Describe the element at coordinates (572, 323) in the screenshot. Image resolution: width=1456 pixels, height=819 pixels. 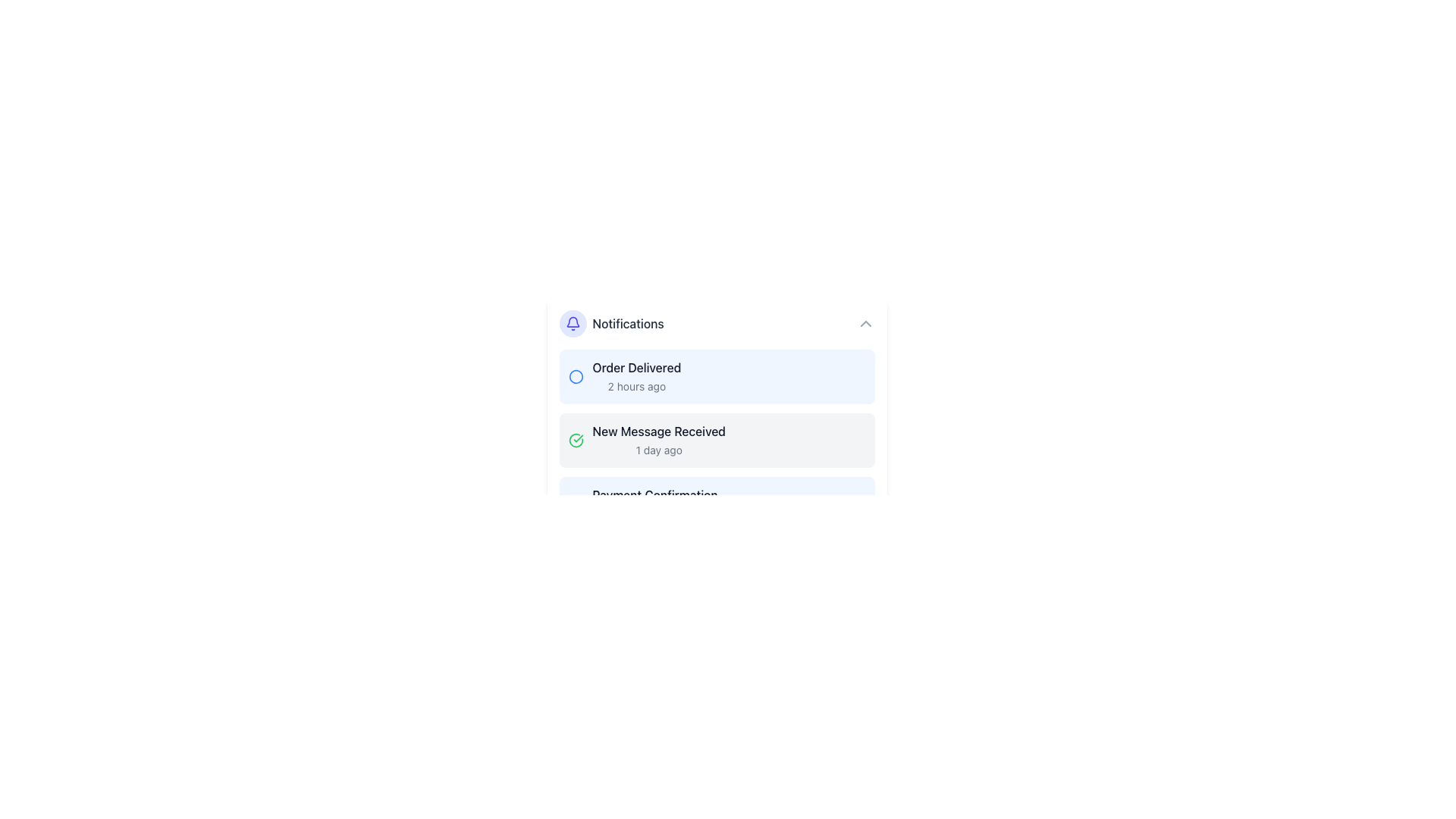
I see `the notification bell icon located in the upper right corner of the notification panel, which indicates the presence of new notifications` at that location.